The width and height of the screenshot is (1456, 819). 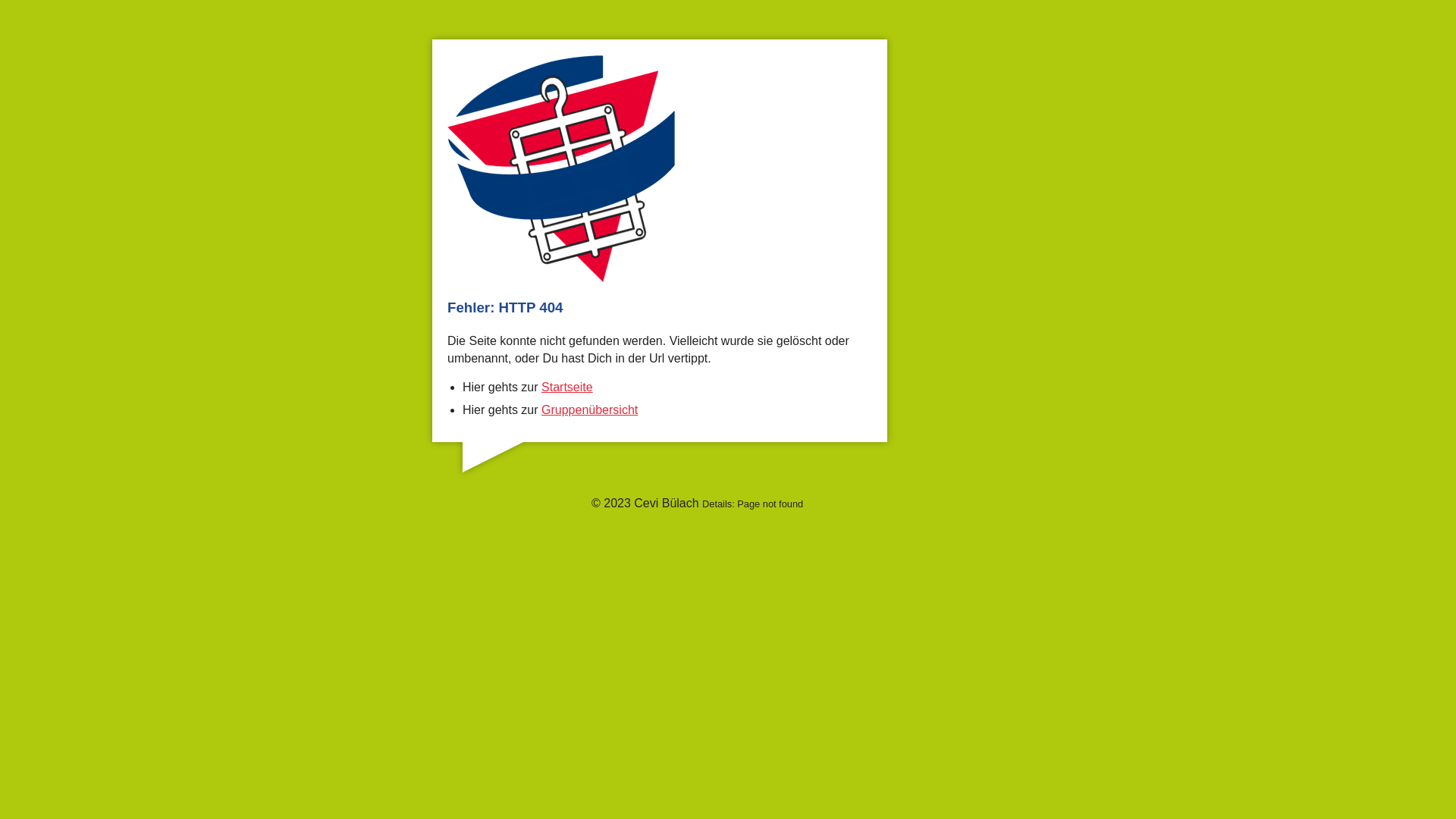 I want to click on 'Startseite', so click(x=541, y=386).